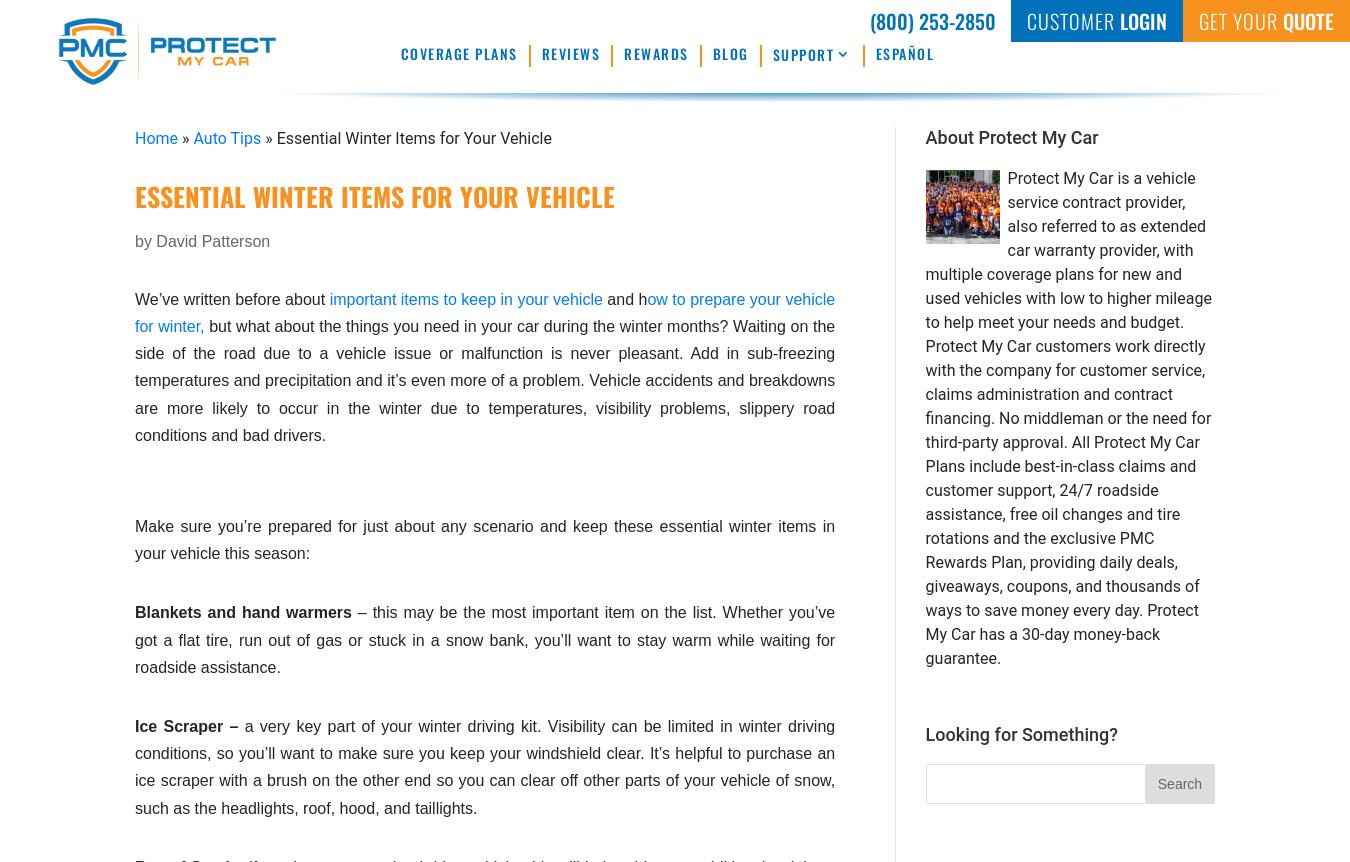 The width and height of the screenshot is (1350, 862). Describe the element at coordinates (484, 766) in the screenshot. I see `'a very key part of your winter driving kit. Visibility can be limited in winter driving conditions, so you’ll want to make sure you keep your windshield clear. It’s helpful to purchase an ice scraper with a brush on the other end so you can clear off other parts of your vehicle of snow, such as the headlights, roof, hood, and taillights.'` at that location.